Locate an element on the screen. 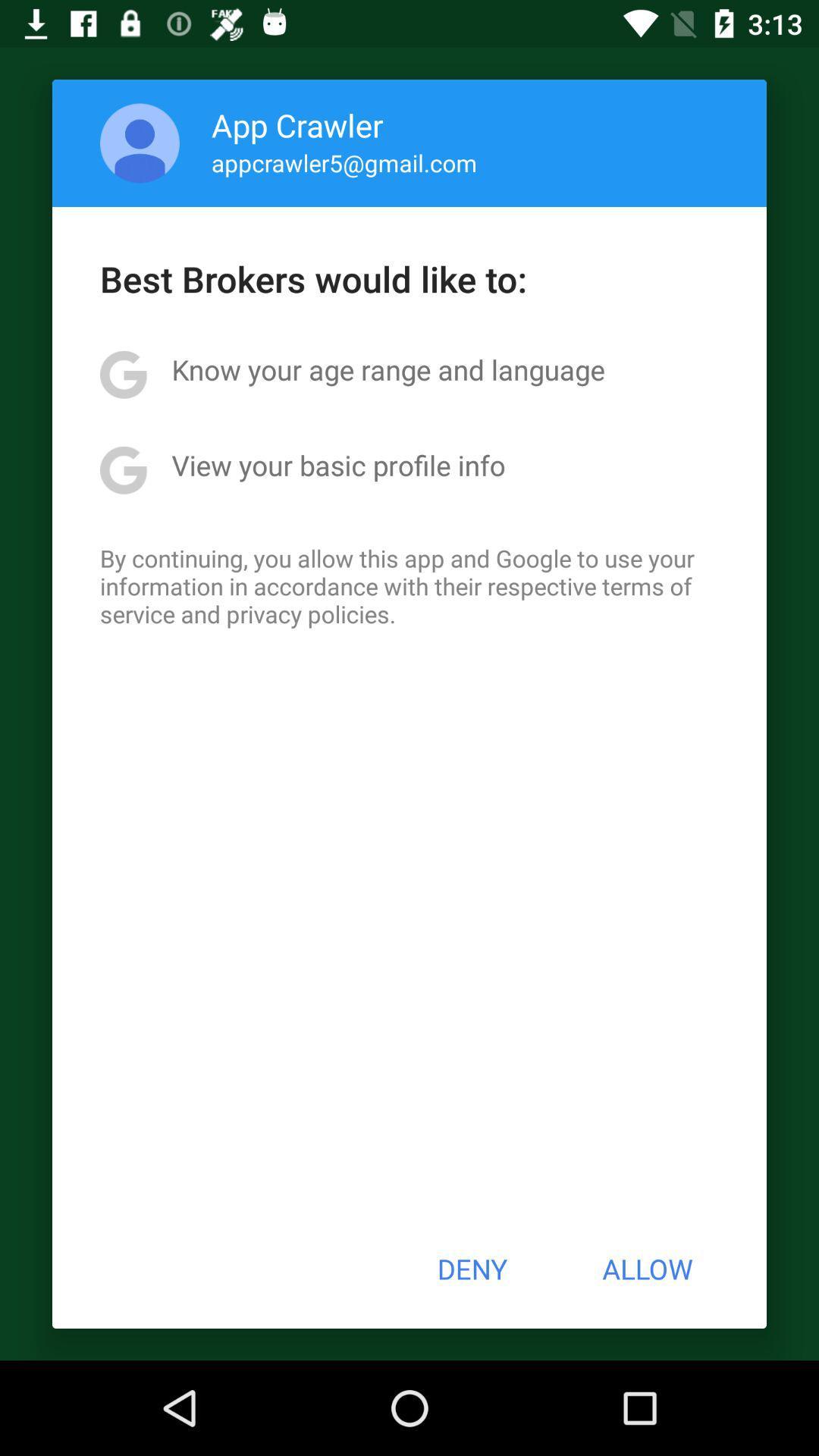 This screenshot has height=1456, width=819. the button next to allow icon is located at coordinates (471, 1269).